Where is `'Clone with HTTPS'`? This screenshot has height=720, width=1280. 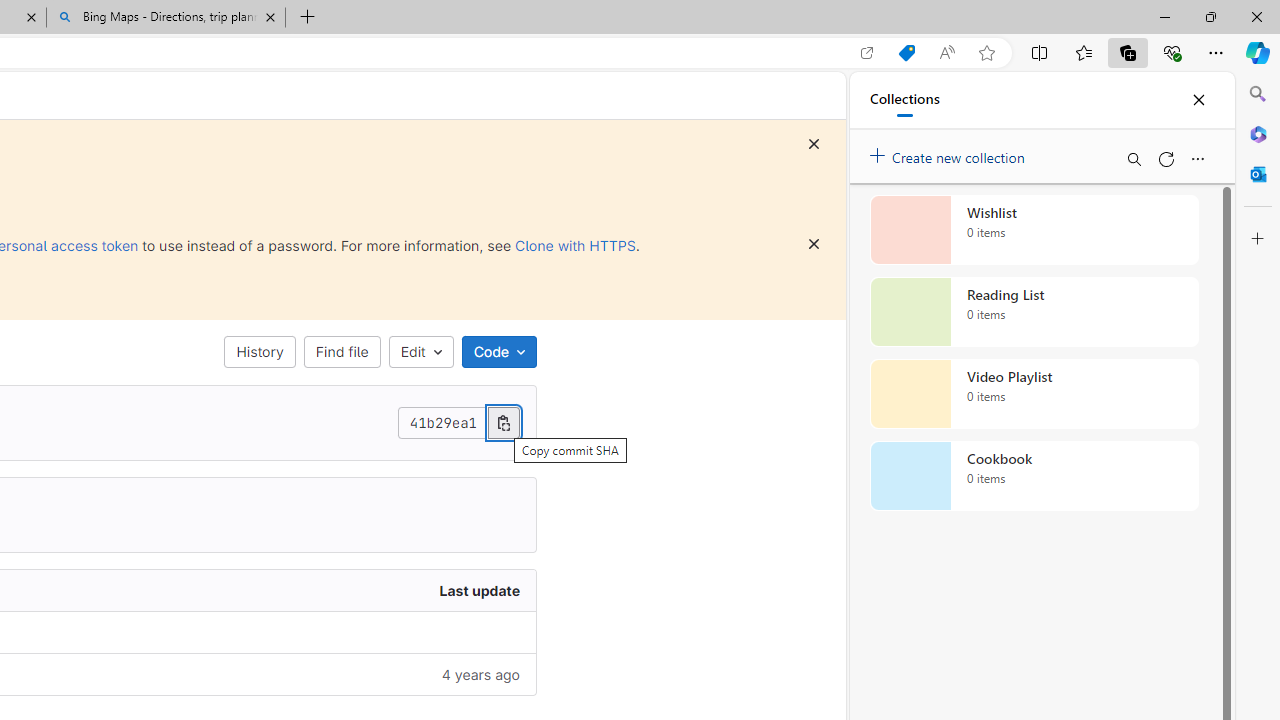
'Clone with HTTPS' is located at coordinates (574, 244).